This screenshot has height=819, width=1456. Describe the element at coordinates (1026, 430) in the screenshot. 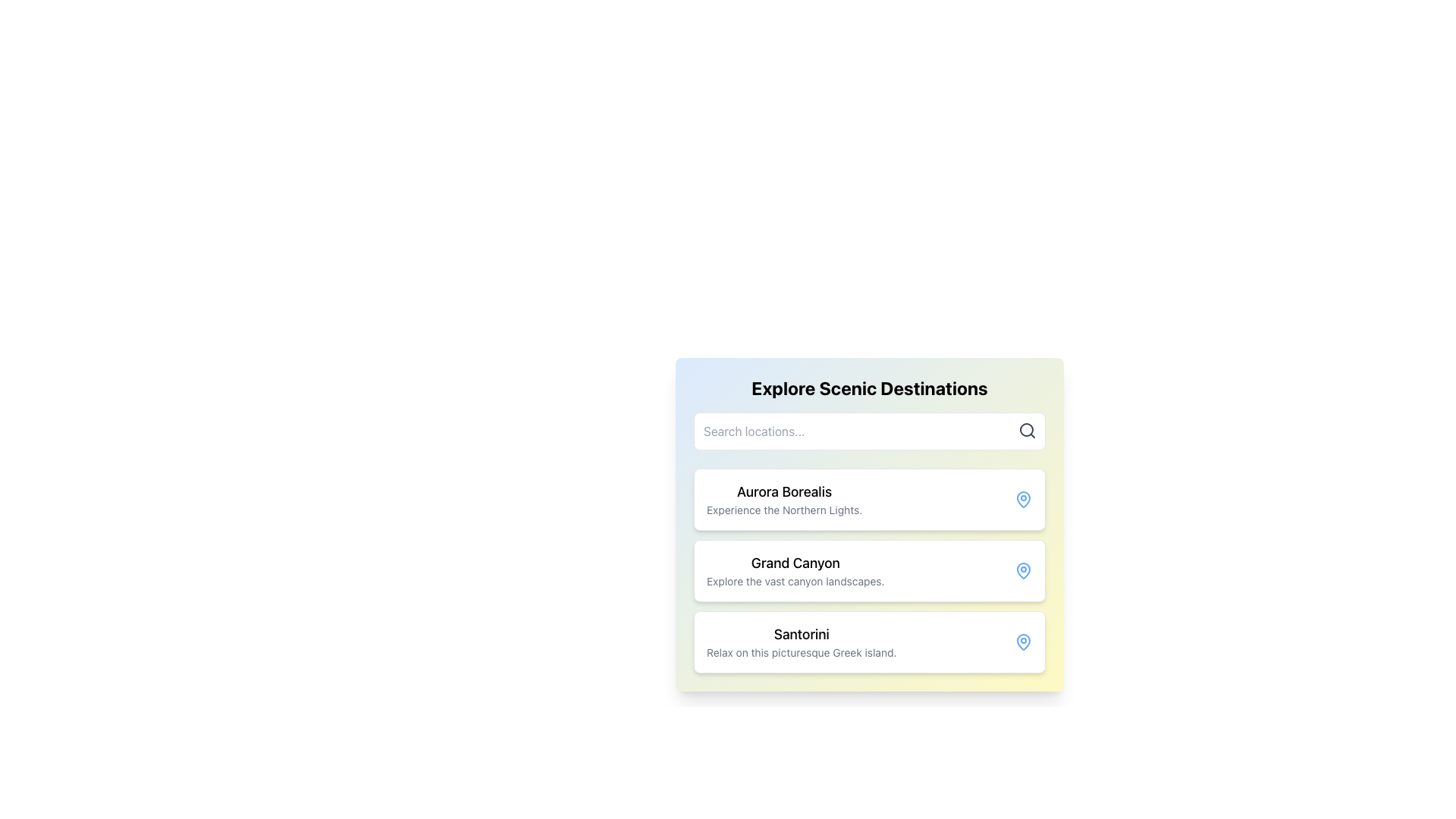

I see `the circular magnifying glass icon located near the top-right corner of the search input box in the 'Explore Scenic Destinations' interface` at that location.